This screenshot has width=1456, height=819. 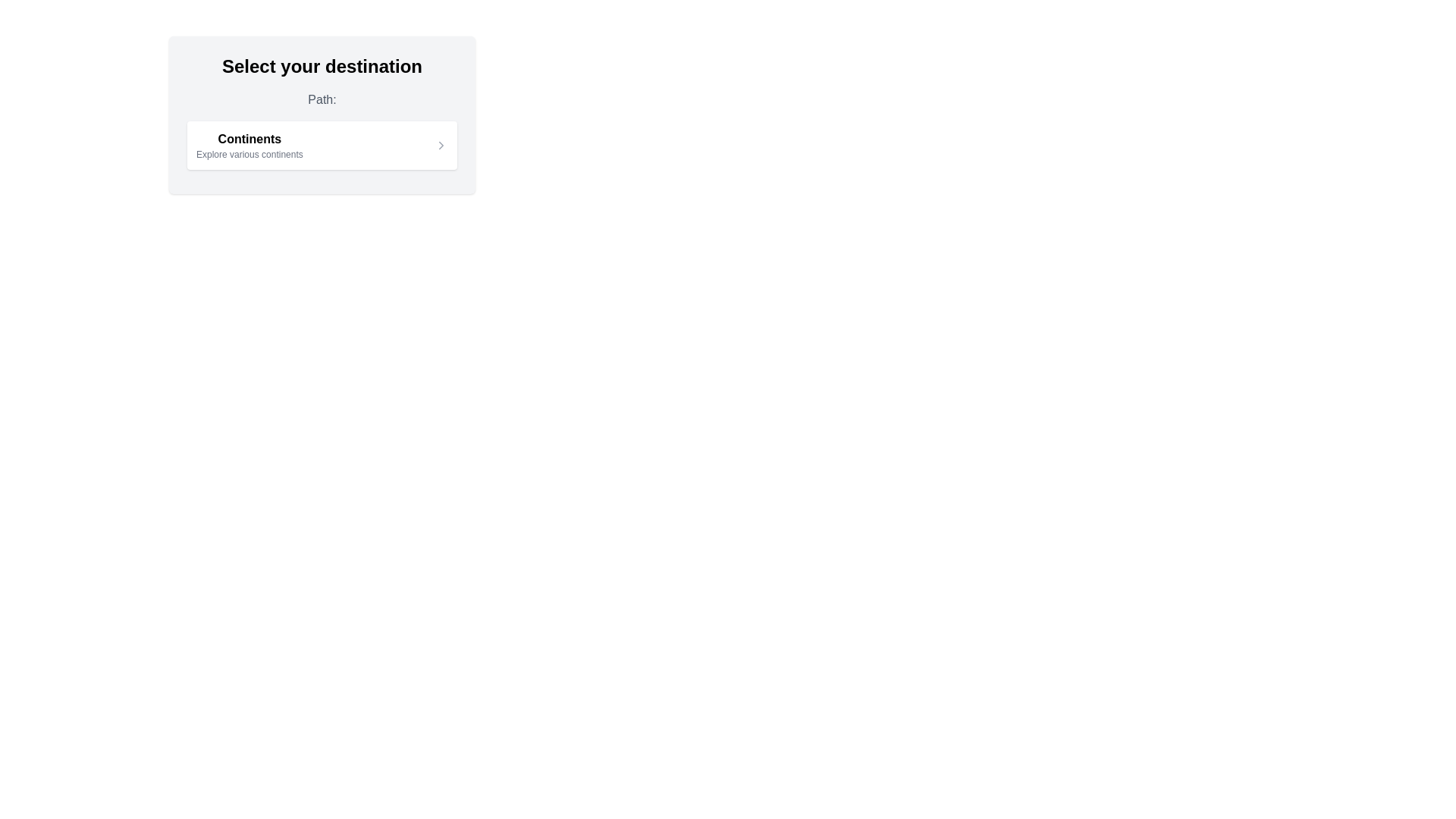 I want to click on the bold text label displaying 'Continents', so click(x=249, y=140).